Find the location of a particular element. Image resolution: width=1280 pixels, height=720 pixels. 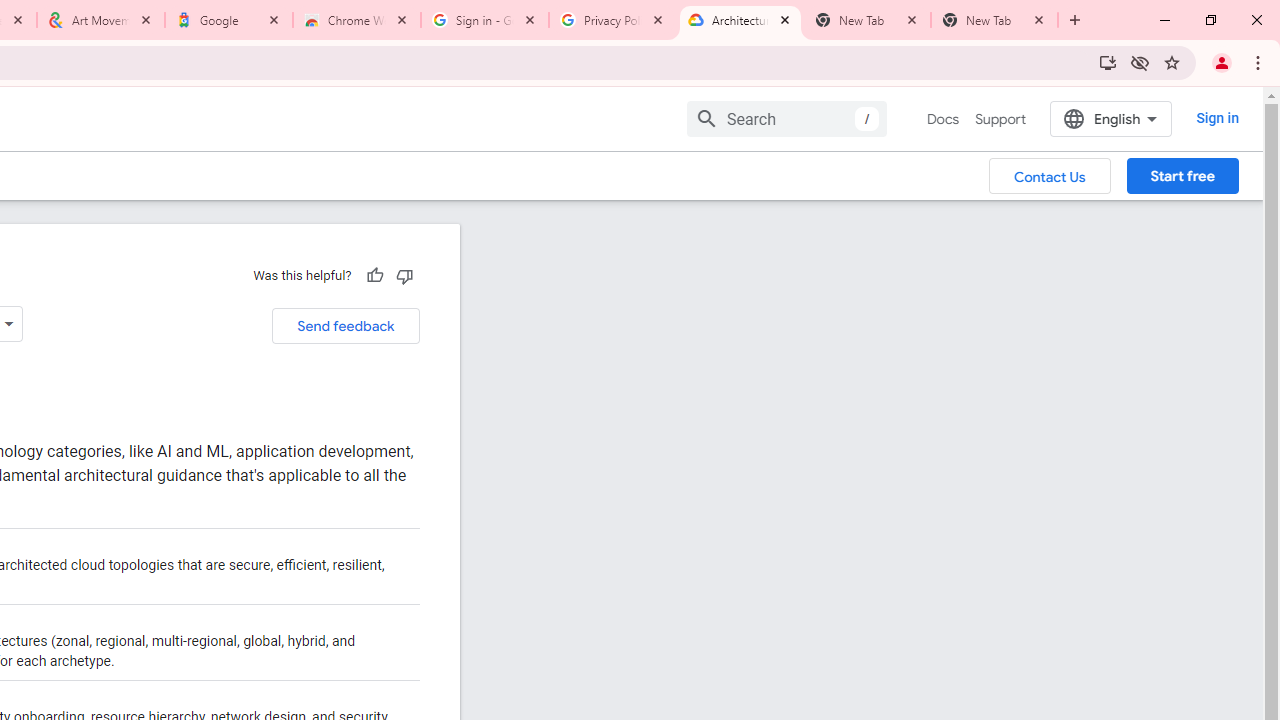

'Helpful' is located at coordinates (374, 275).